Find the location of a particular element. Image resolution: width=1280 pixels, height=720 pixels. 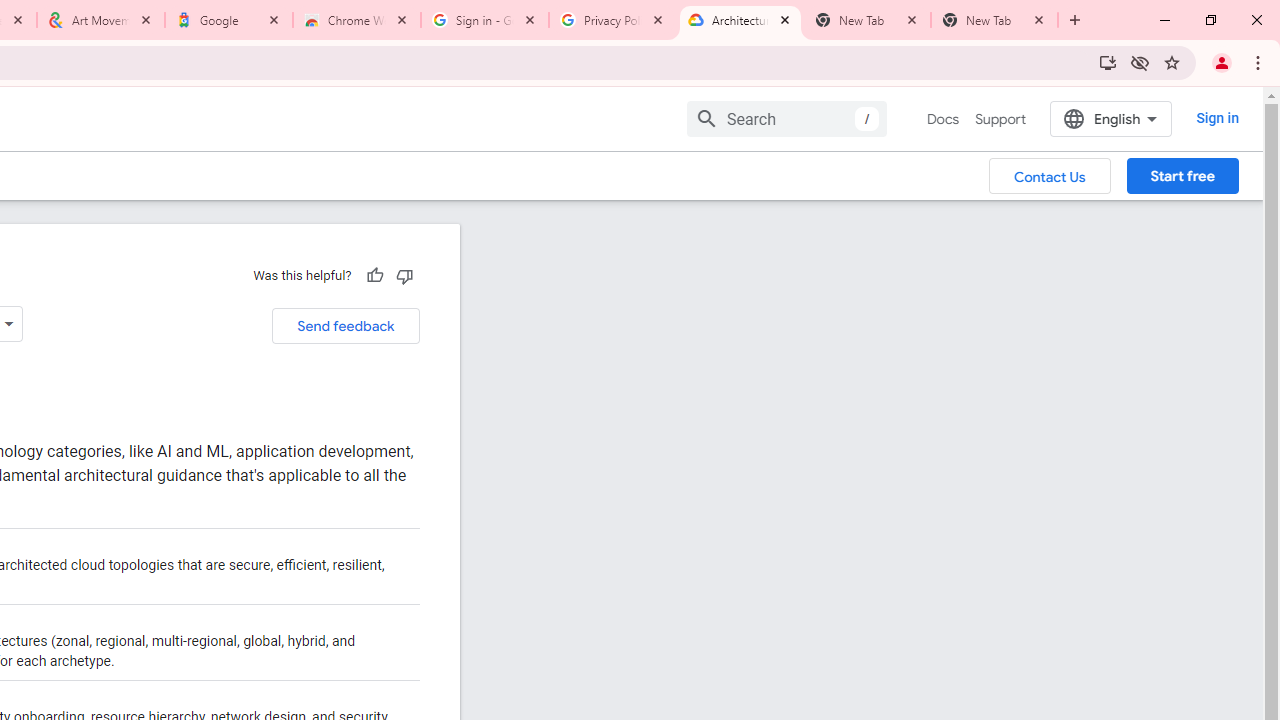

'Helpful' is located at coordinates (374, 275).